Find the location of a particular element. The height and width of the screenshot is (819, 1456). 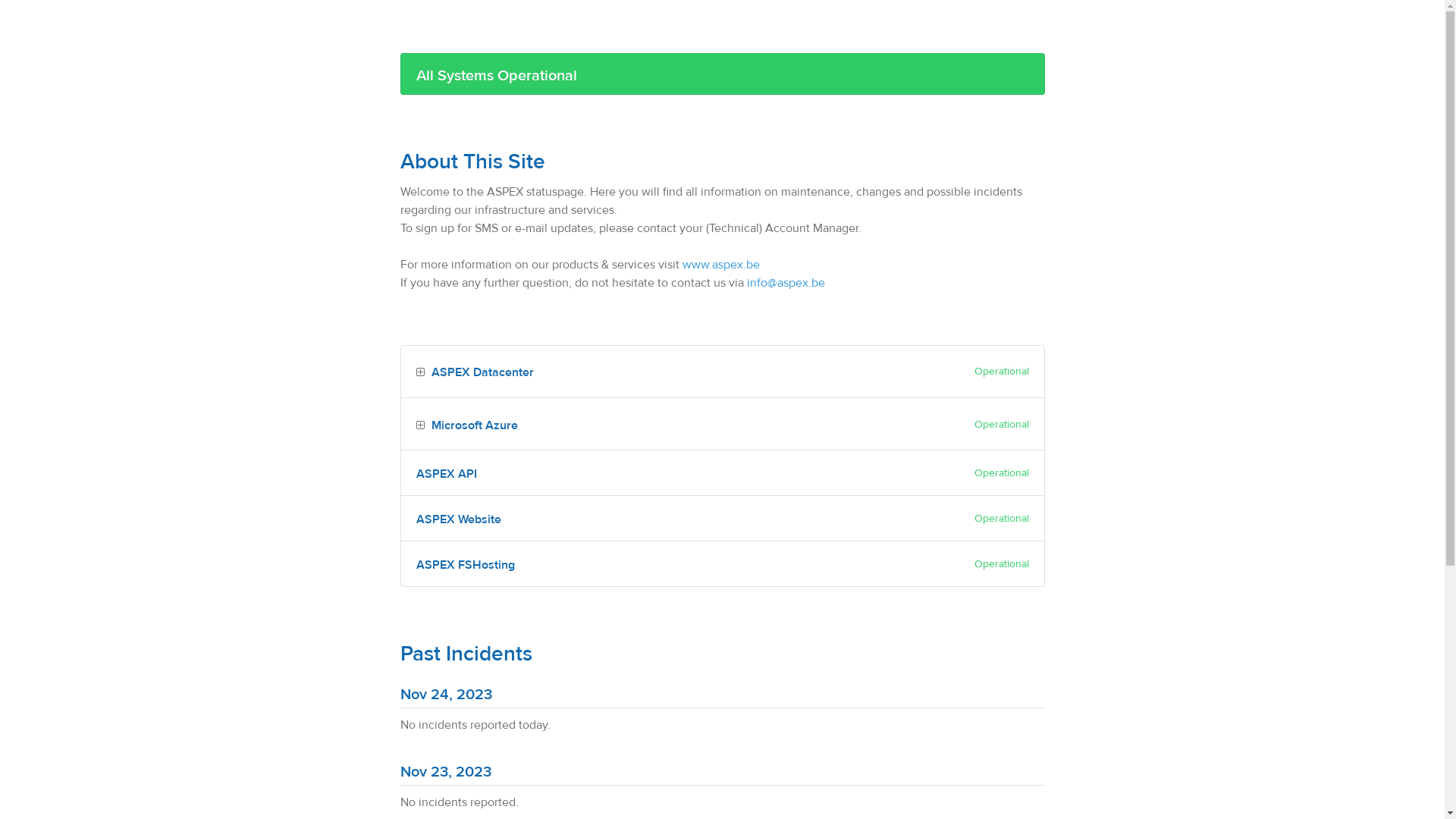

'About This Site' is located at coordinates (472, 162).